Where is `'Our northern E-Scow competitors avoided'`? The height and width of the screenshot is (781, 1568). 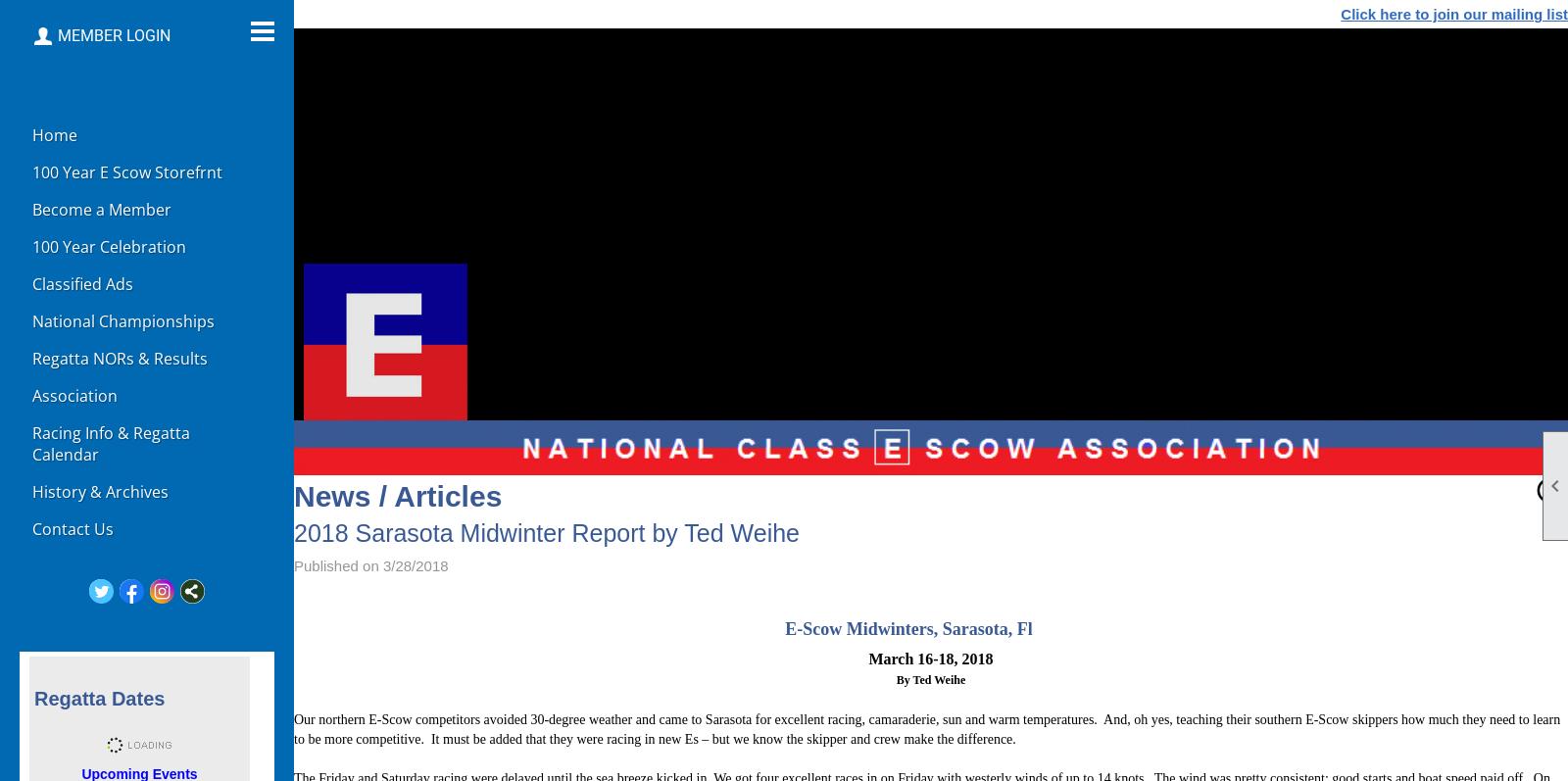
'Our northern E-Scow competitors avoided' is located at coordinates (411, 718).